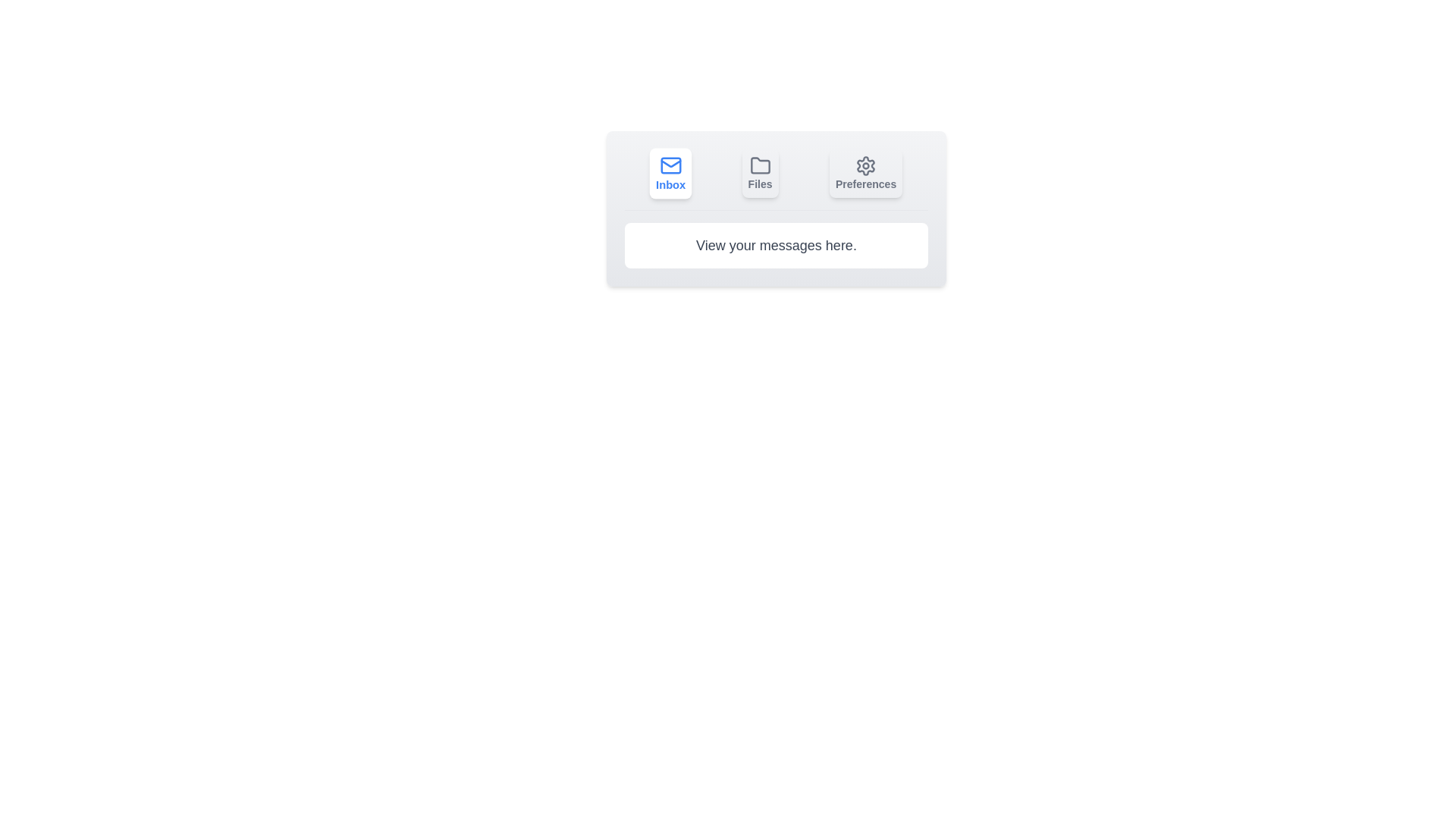 The height and width of the screenshot is (819, 1456). Describe the element at coordinates (670, 184) in the screenshot. I see `the 'Inbox' button, which is the leftmost button in a horizontal set of options, displaying the text 'Inbox' in blue below an envelope icon` at that location.